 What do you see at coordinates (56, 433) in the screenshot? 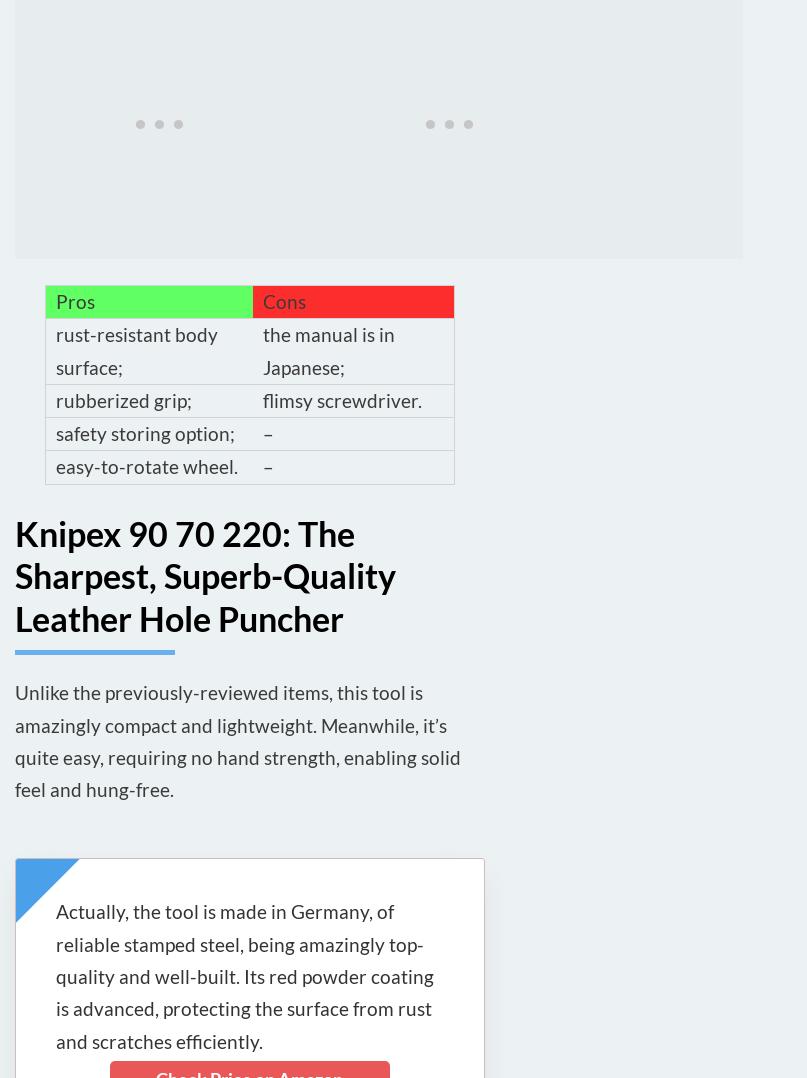
I see `'safety storing option;'` at bounding box center [56, 433].